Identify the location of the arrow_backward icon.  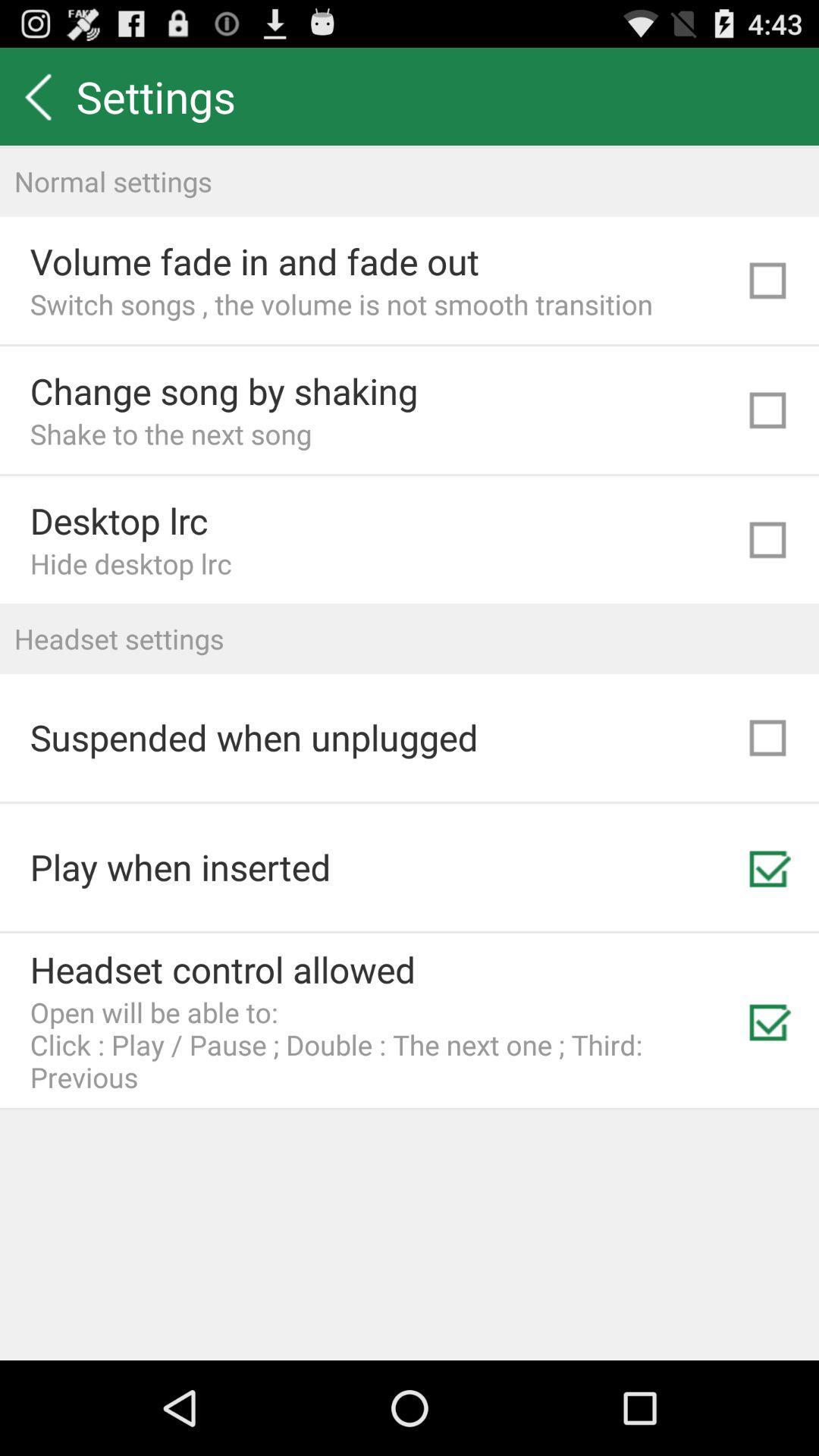
(37, 102).